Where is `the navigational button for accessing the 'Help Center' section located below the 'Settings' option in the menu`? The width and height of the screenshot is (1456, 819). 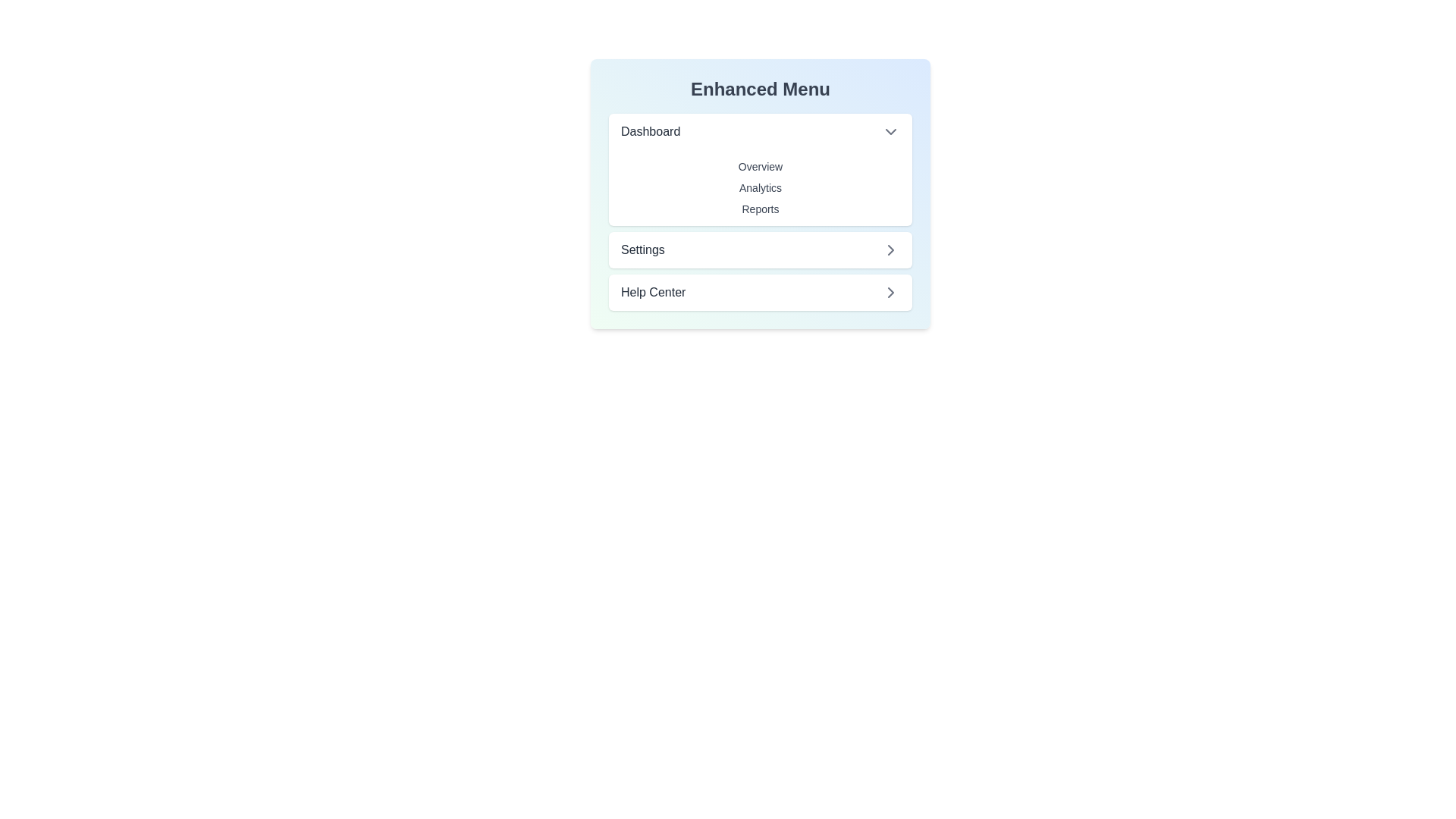
the navigational button for accessing the 'Help Center' section located below the 'Settings' option in the menu is located at coordinates (761, 292).